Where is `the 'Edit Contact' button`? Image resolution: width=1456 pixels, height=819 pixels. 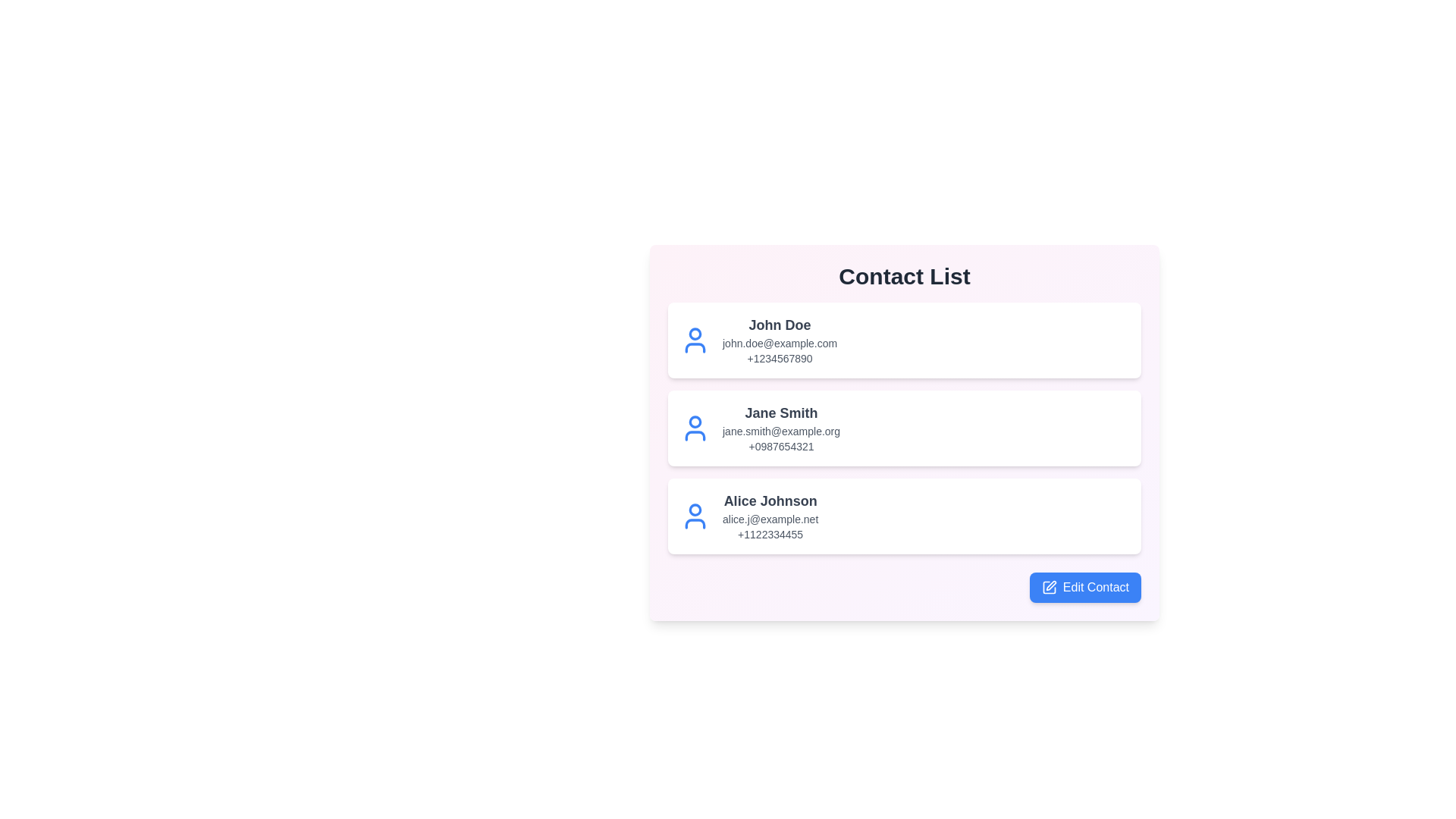 the 'Edit Contact' button is located at coordinates (1084, 587).